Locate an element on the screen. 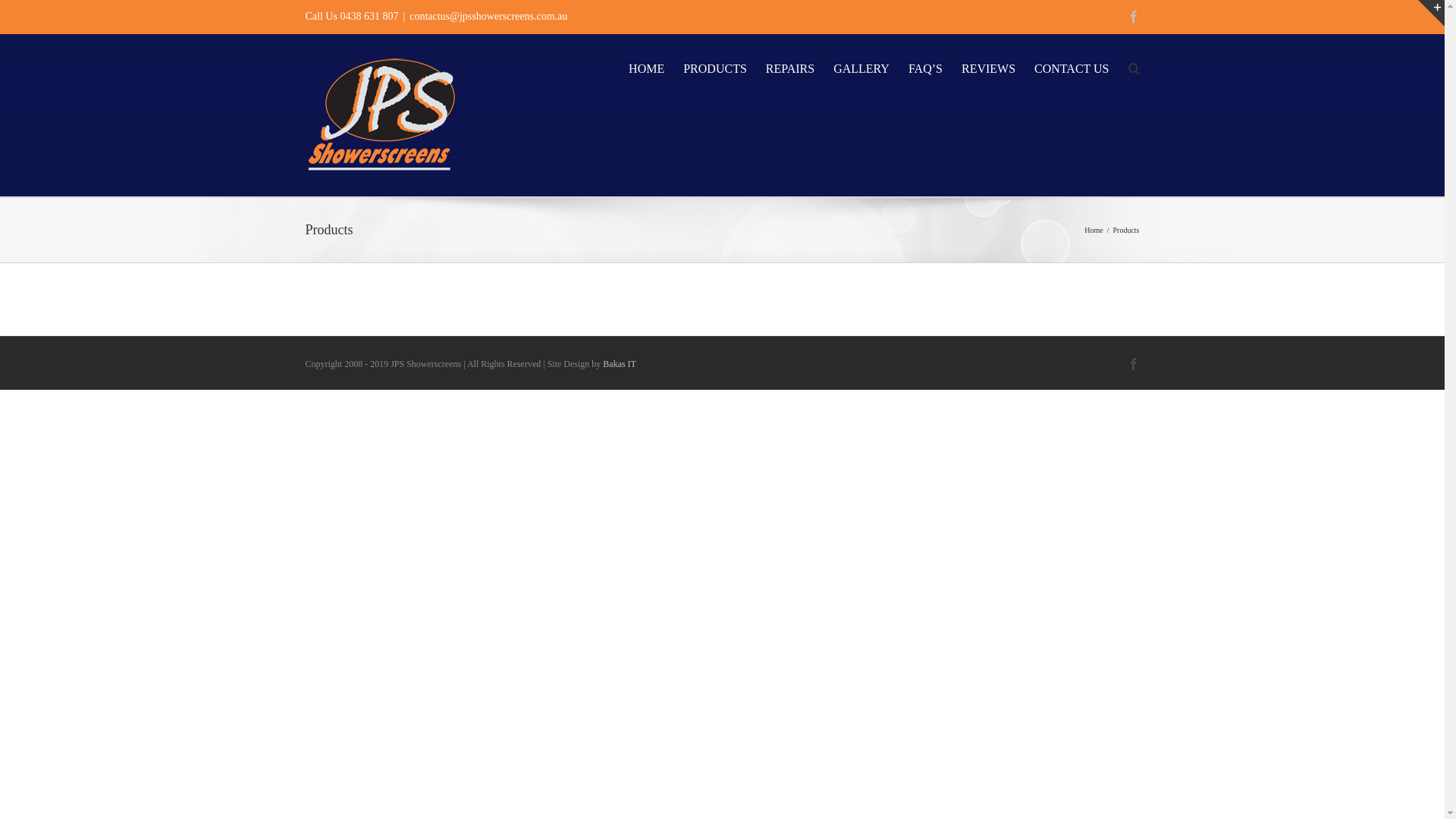 The image size is (1456, 819). 'PRODUCTS' is located at coordinates (682, 66).